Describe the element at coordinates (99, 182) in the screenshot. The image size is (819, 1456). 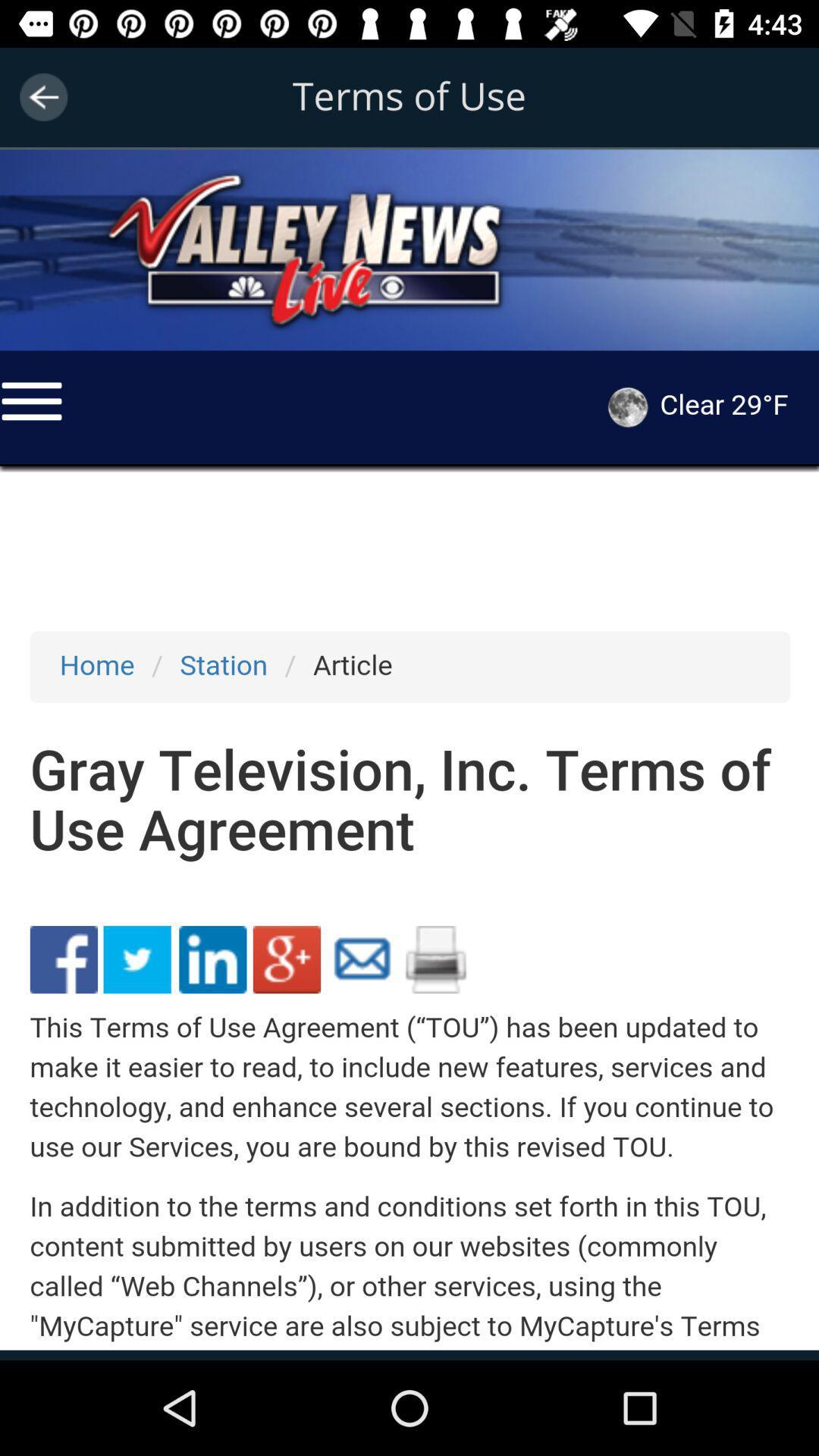
I see `the star icon` at that location.